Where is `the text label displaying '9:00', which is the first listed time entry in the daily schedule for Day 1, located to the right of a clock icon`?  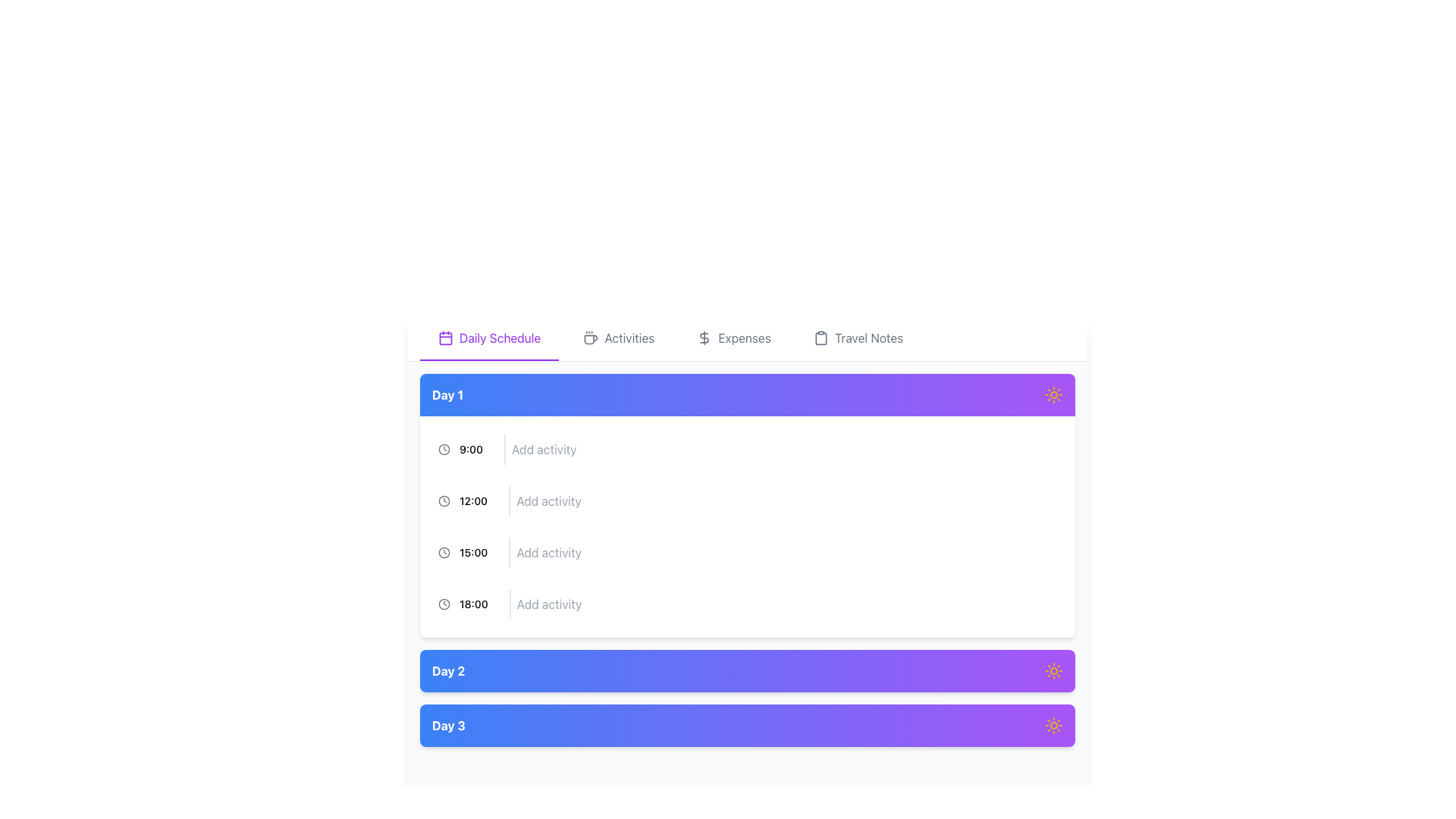 the text label displaying '9:00', which is the first listed time entry in the daily schedule for Day 1, located to the right of a clock icon is located at coordinates (470, 449).